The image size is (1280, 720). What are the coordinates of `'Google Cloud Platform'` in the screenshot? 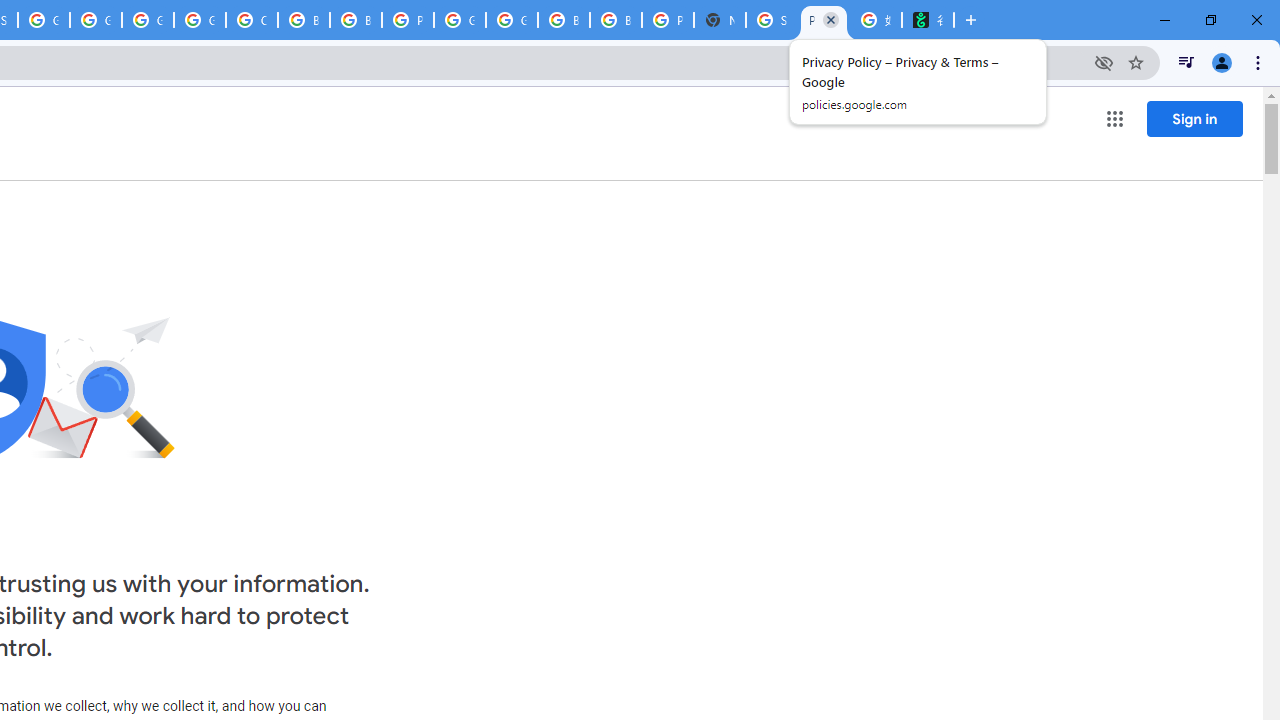 It's located at (459, 20).